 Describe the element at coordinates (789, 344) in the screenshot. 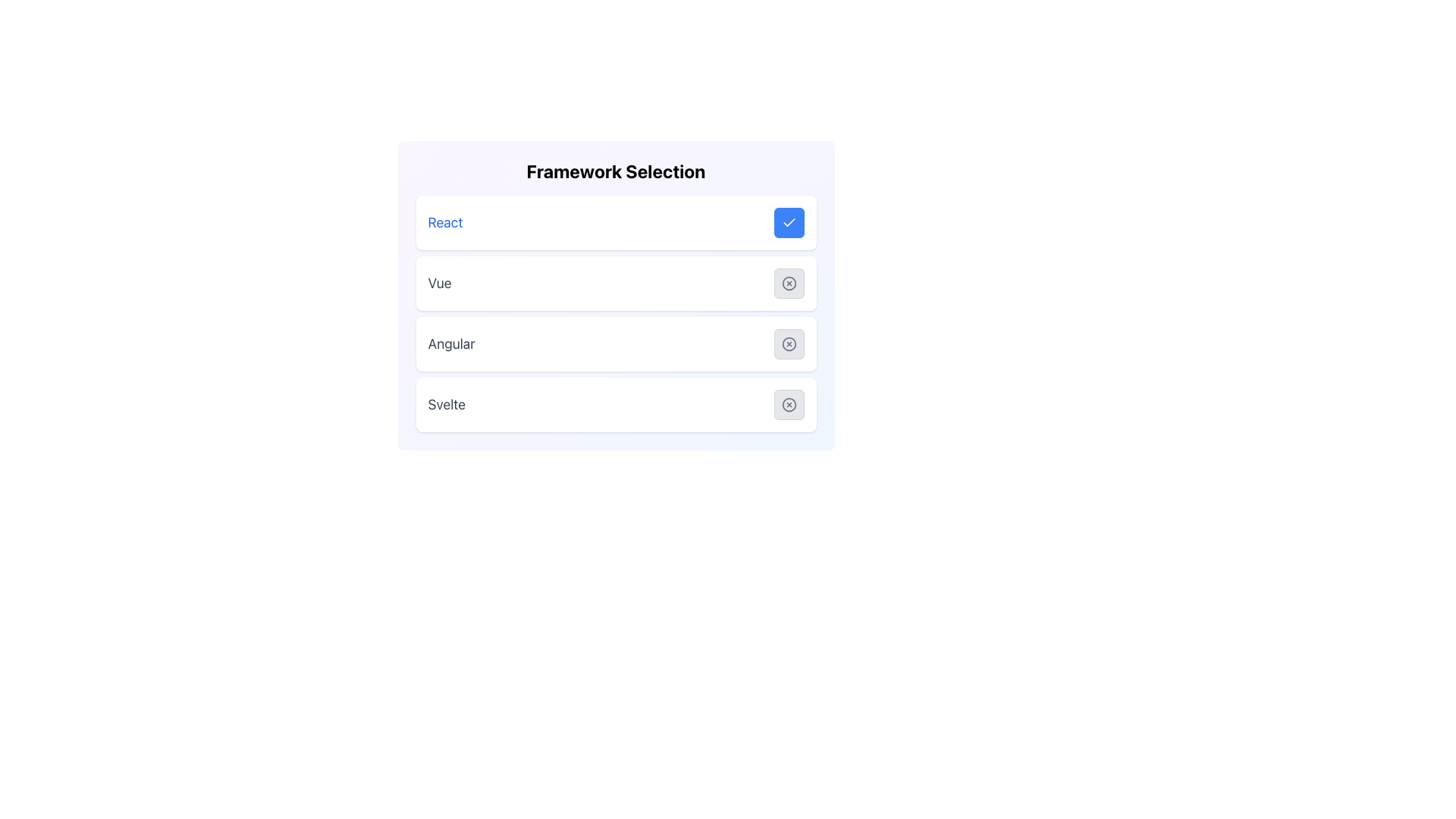

I see `the button that toggles selection or performs an action related to the 'Angular' option, located to the right of the 'Angular' text in the framework options list` at that location.